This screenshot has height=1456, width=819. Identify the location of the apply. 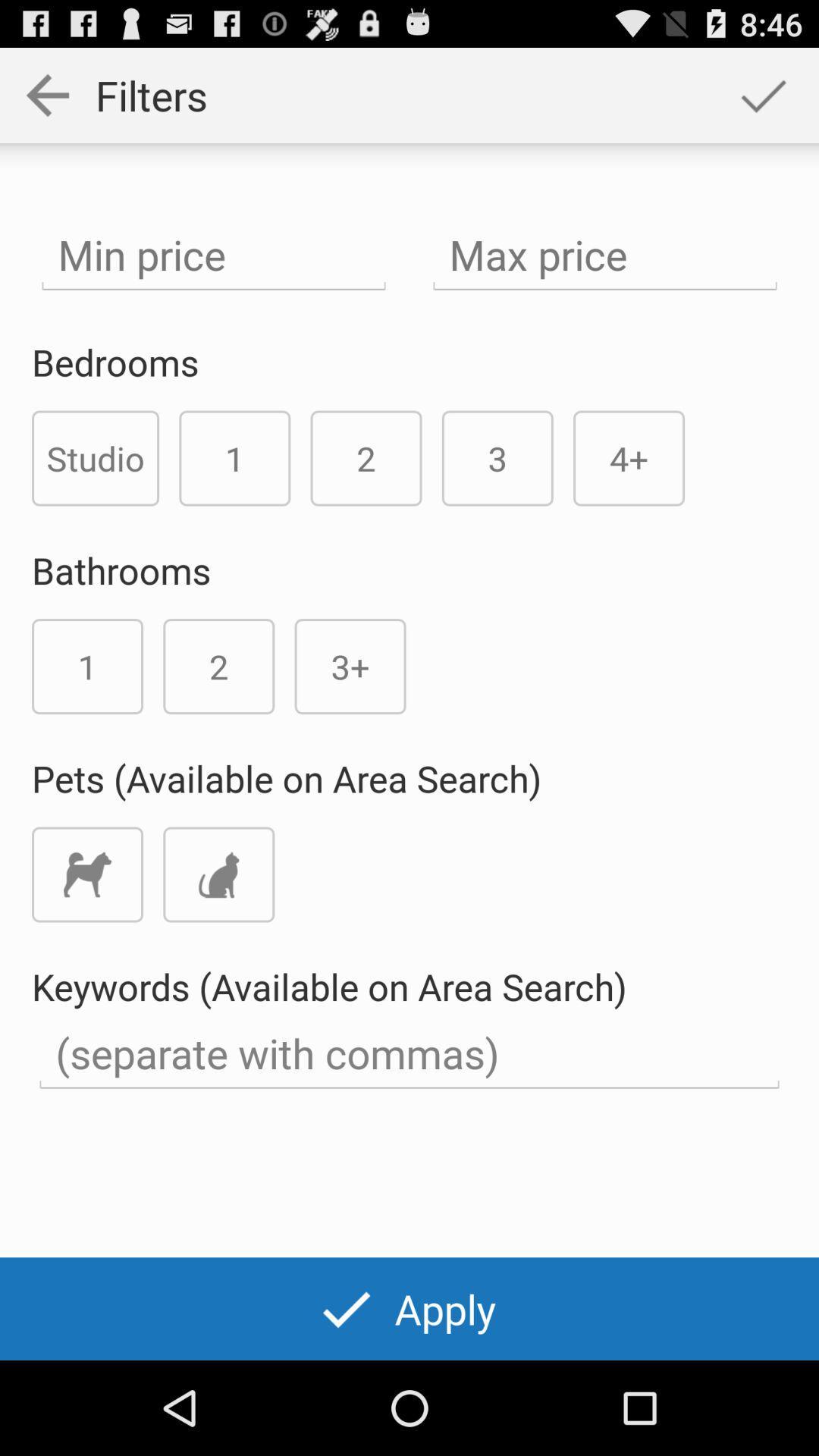
(409, 1308).